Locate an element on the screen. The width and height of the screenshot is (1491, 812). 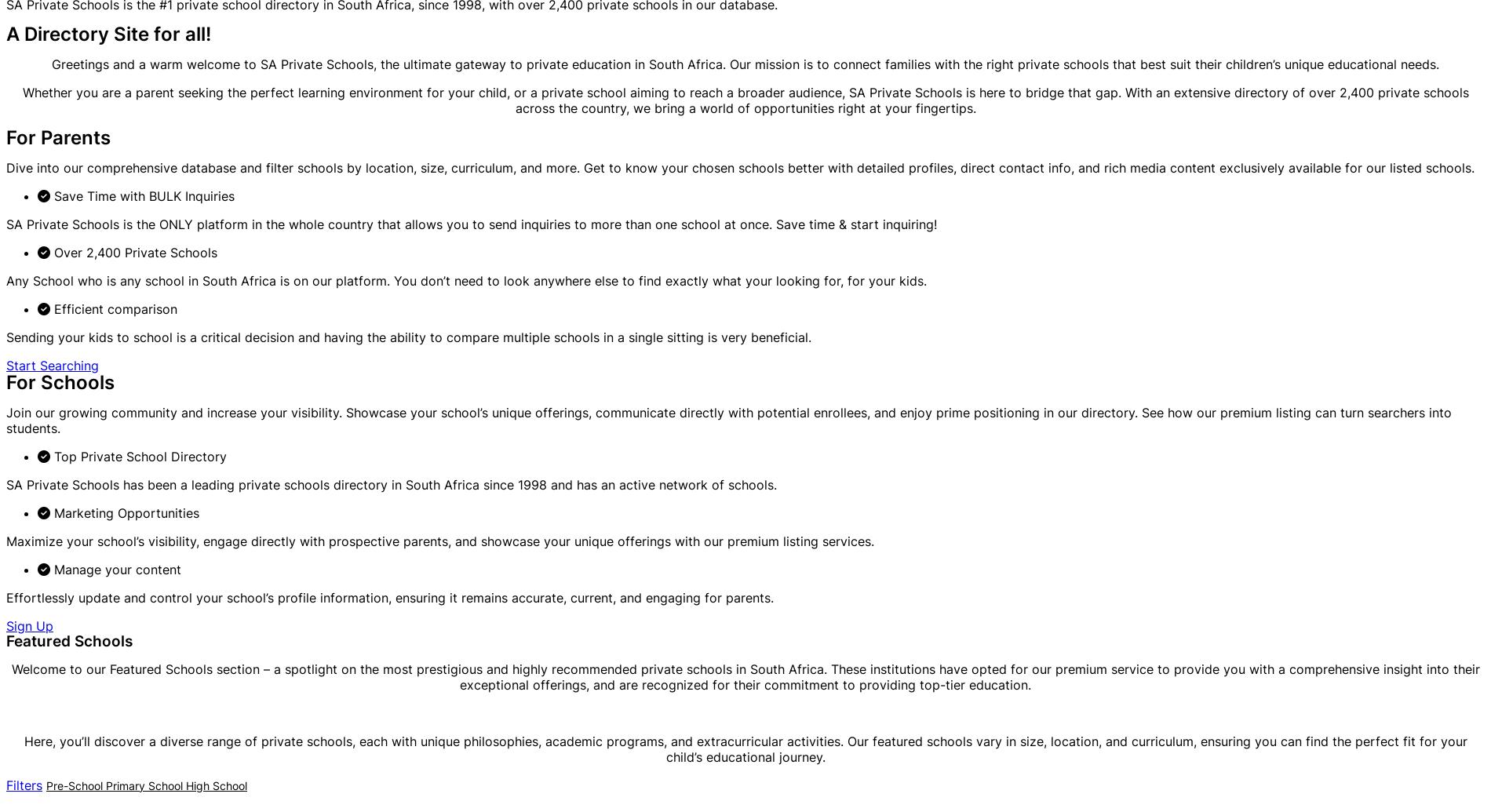
'Greetings and a warm welcome to SA Private Schools, the ultimate gateway to private education in South Africa. Our mission is to connect families with the right private schools that best suit their children’s unique educational needs.' is located at coordinates (745, 64).